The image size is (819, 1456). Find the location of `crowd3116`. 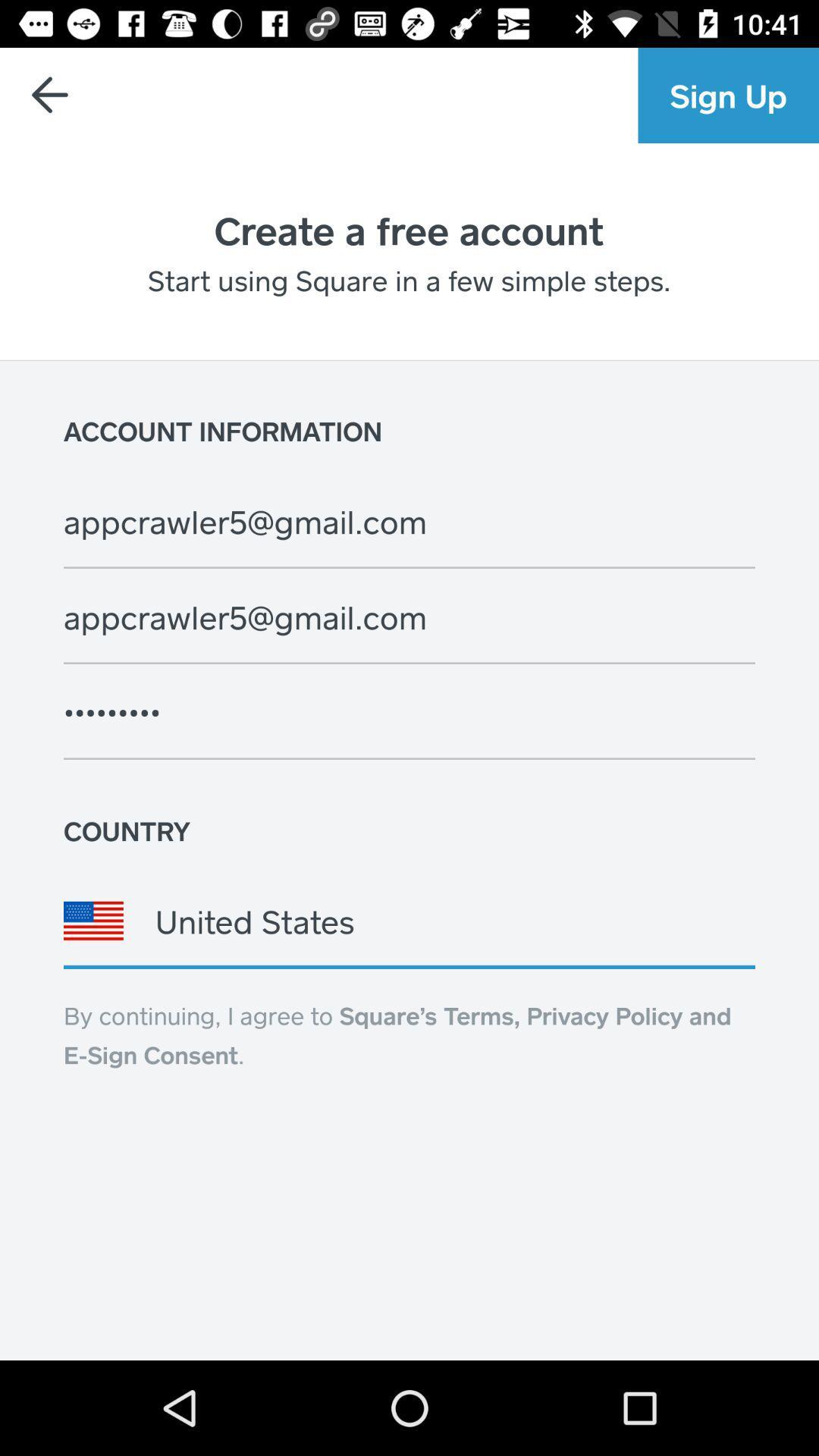

crowd3116 is located at coordinates (409, 711).